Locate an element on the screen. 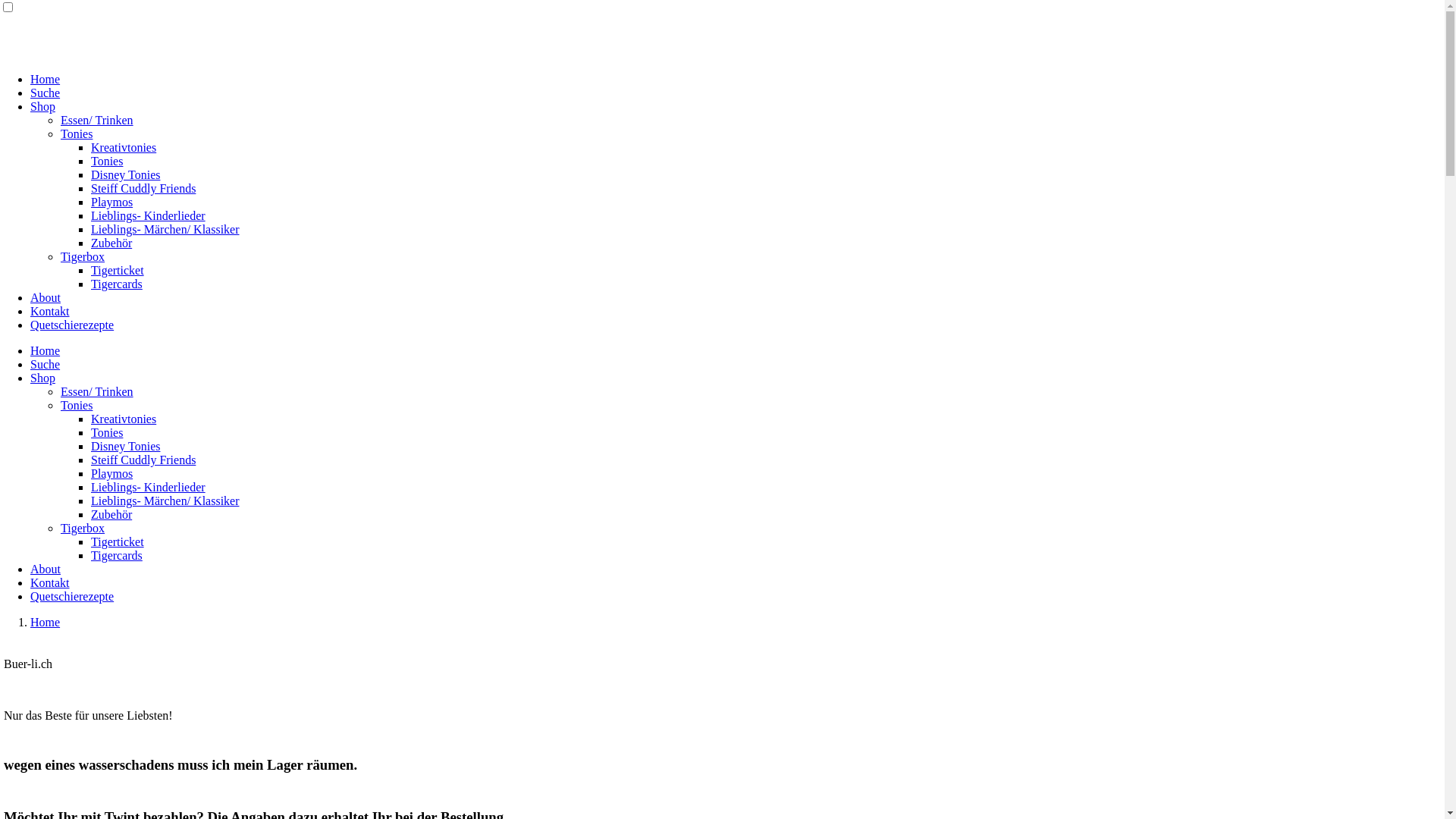 This screenshot has height=819, width=1456. 'Quetschierezepte' is located at coordinates (71, 324).